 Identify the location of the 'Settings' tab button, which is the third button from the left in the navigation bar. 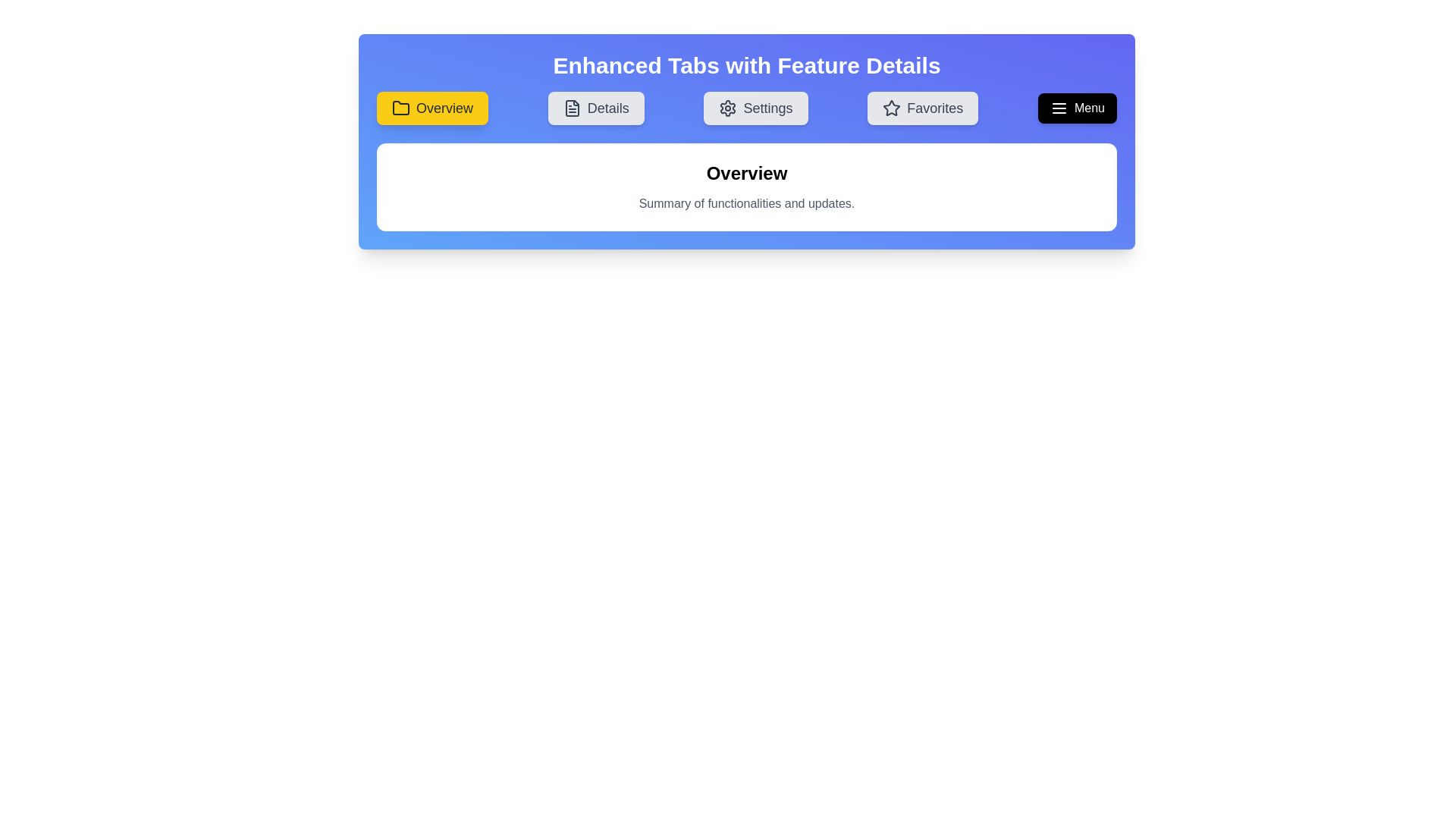
(728, 107).